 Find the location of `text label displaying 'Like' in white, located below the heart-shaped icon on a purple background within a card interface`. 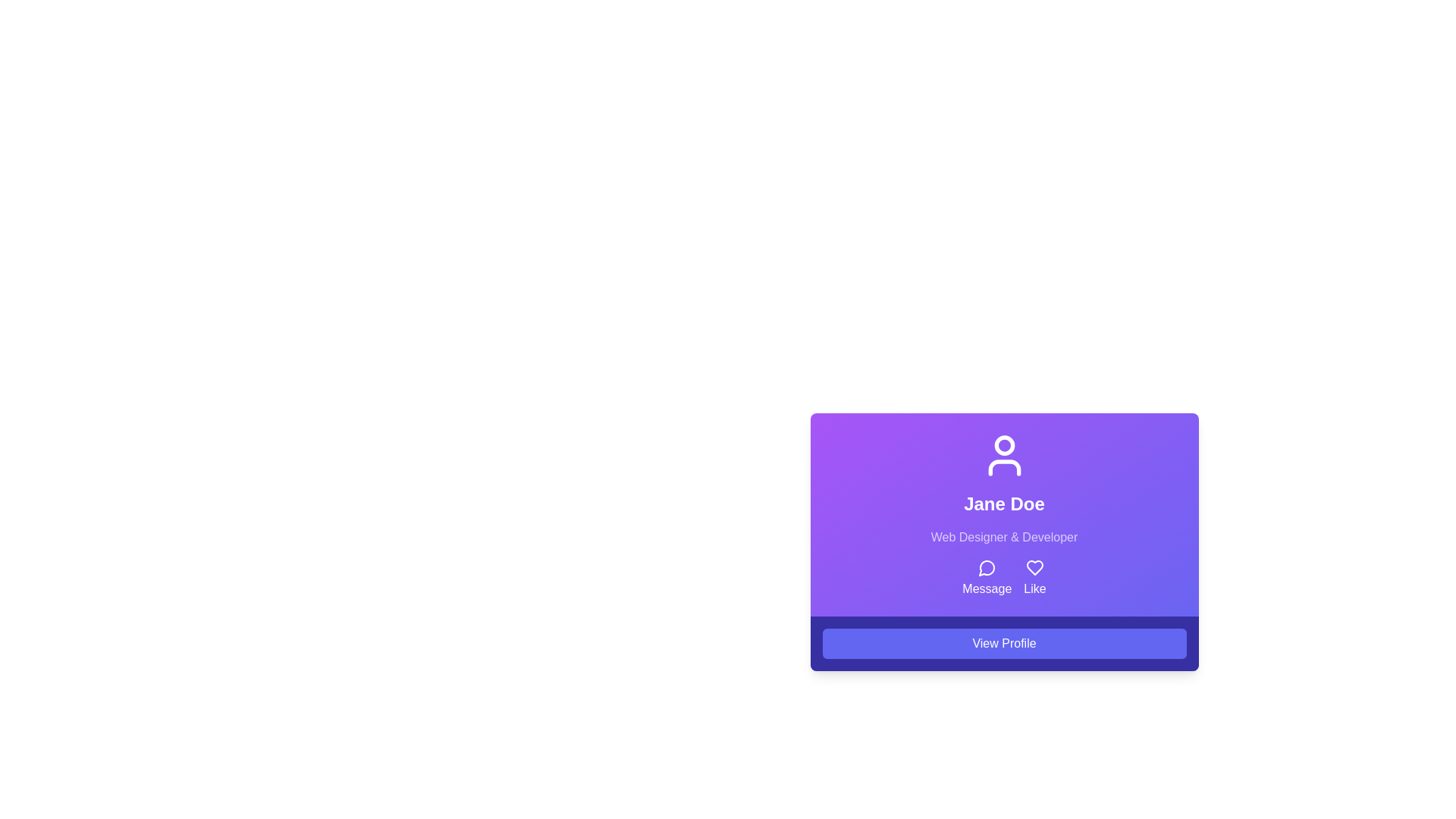

text label displaying 'Like' in white, located below the heart-shaped icon on a purple background within a card interface is located at coordinates (1034, 588).